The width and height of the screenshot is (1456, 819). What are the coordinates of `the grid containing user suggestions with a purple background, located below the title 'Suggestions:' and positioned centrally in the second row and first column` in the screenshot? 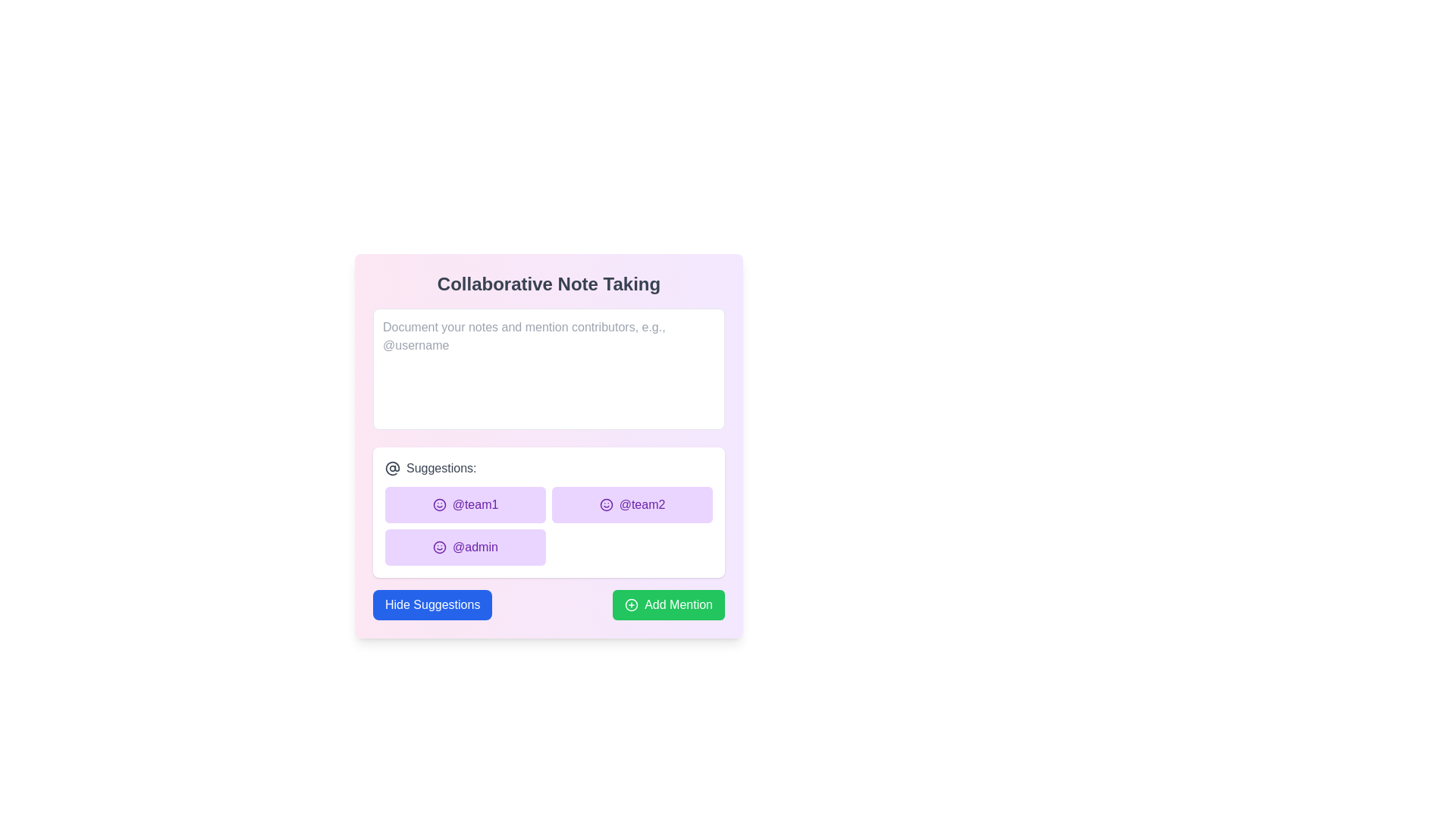 It's located at (548, 526).